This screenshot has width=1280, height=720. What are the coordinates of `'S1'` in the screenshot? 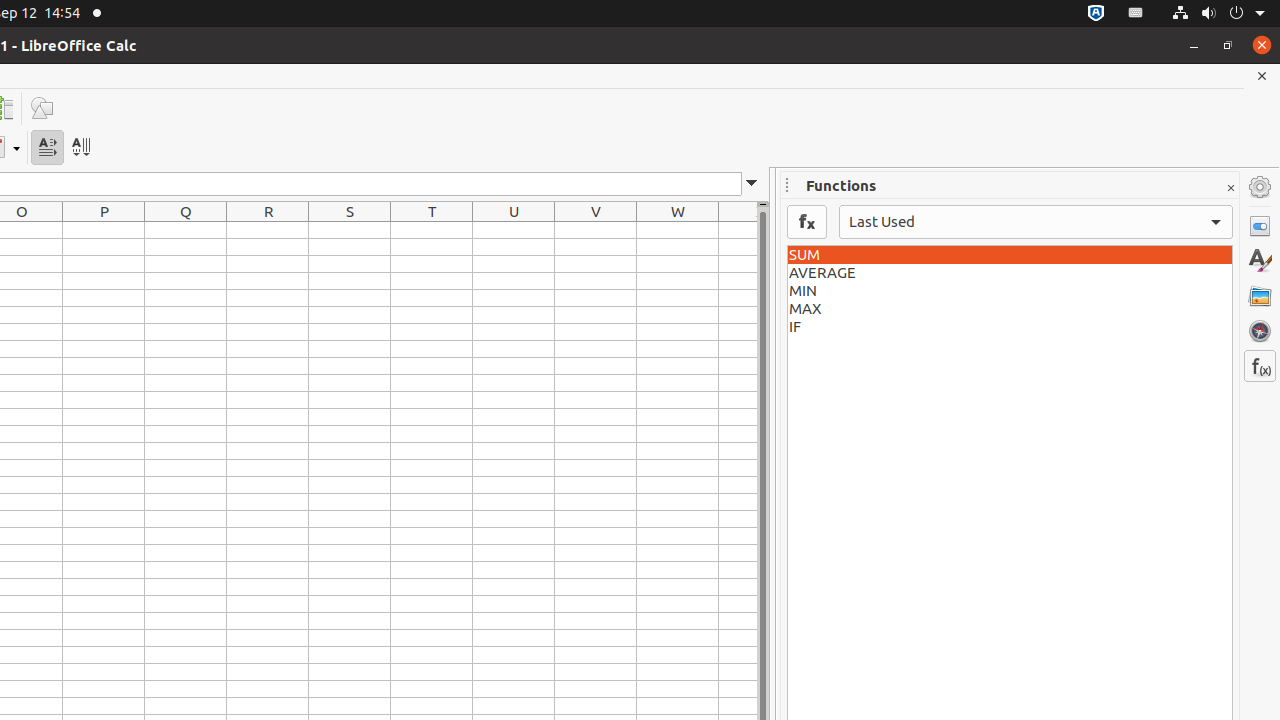 It's located at (349, 229).